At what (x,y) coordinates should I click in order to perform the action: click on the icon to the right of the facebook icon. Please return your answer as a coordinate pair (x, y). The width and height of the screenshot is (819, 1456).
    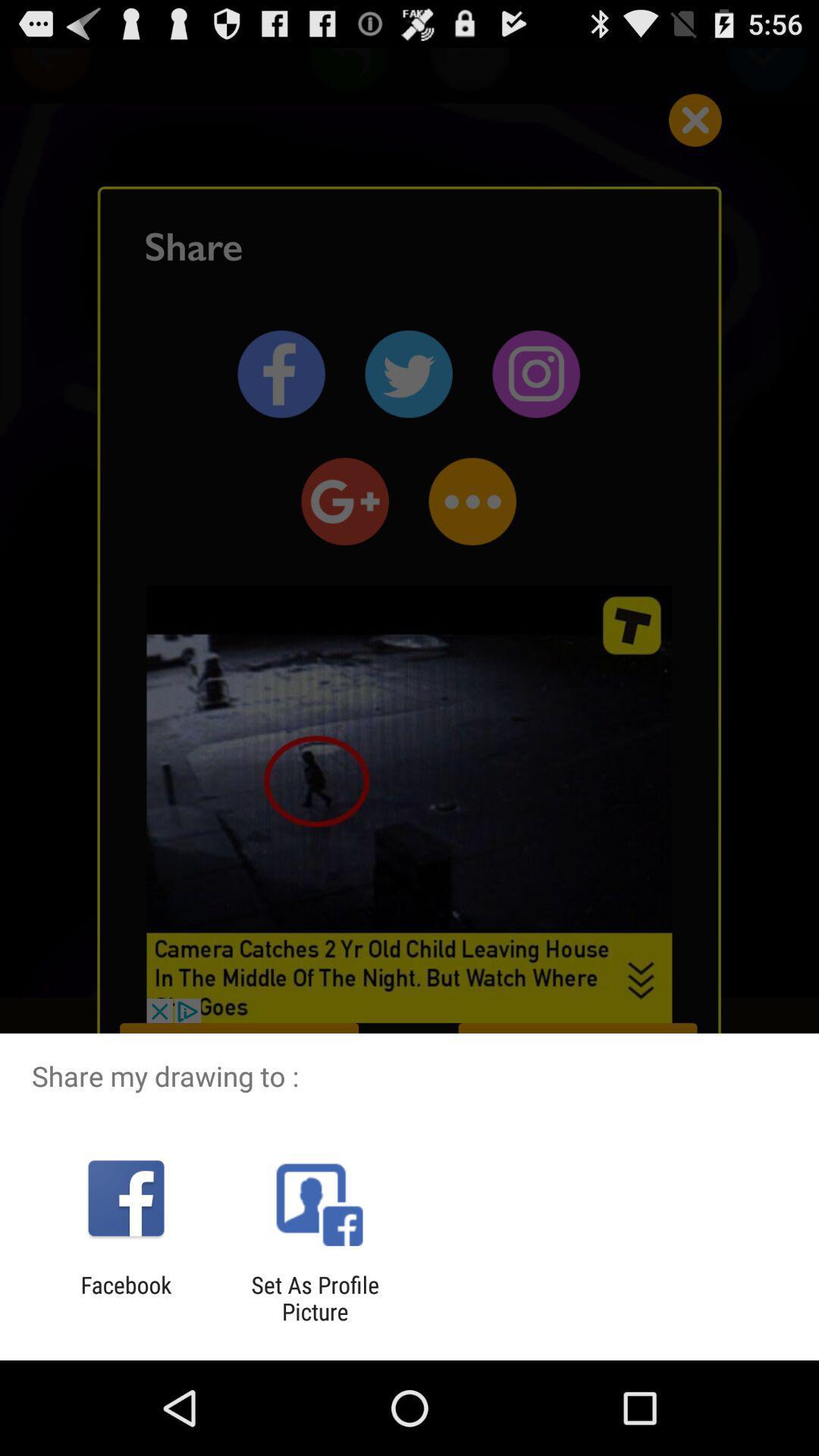
    Looking at the image, I should click on (314, 1298).